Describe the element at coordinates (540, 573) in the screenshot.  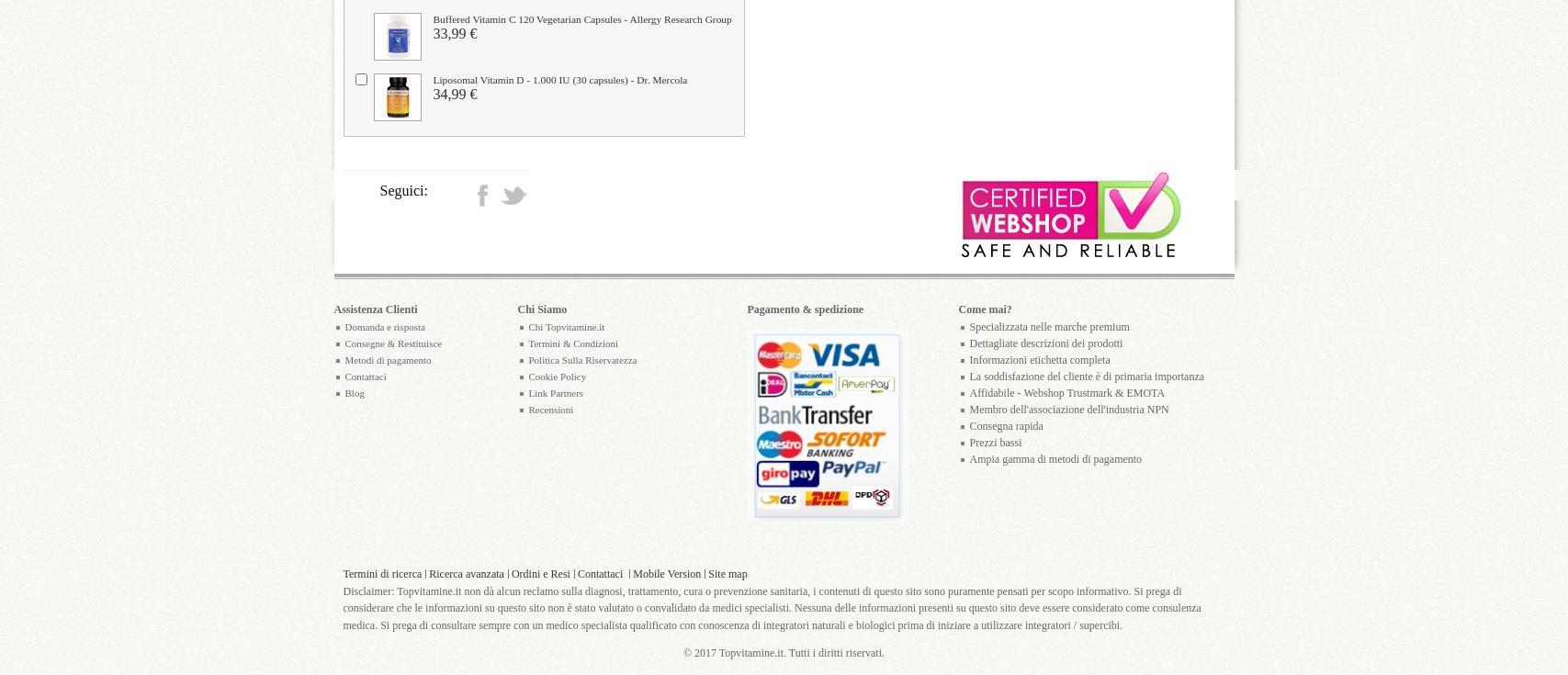
I see `'Ordini e Resi'` at that location.